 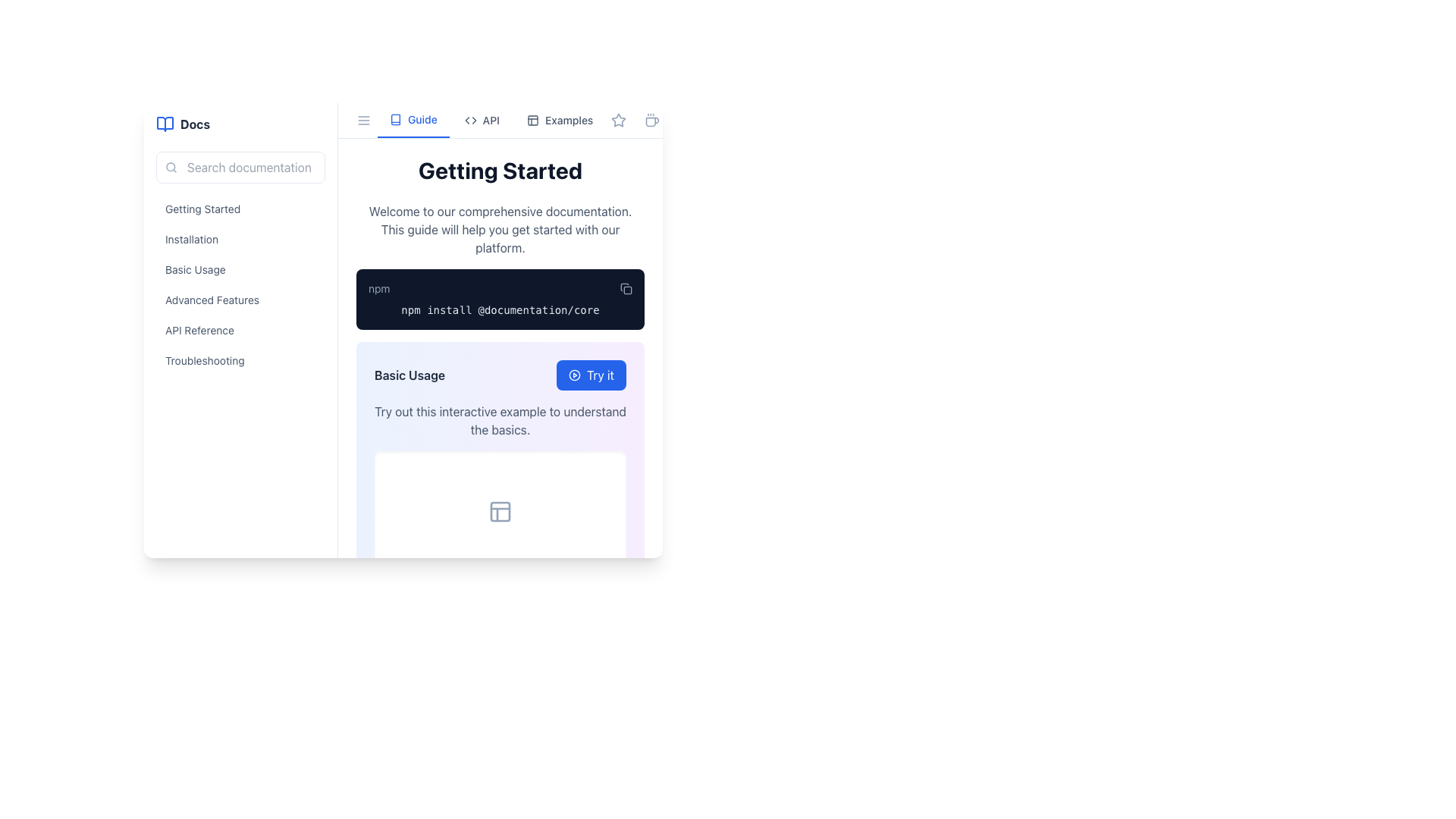 I want to click on text label 'Docs' which is a bold text styled in dark slate color, located in the sidebar to the right of a book icon, so click(x=194, y=124).